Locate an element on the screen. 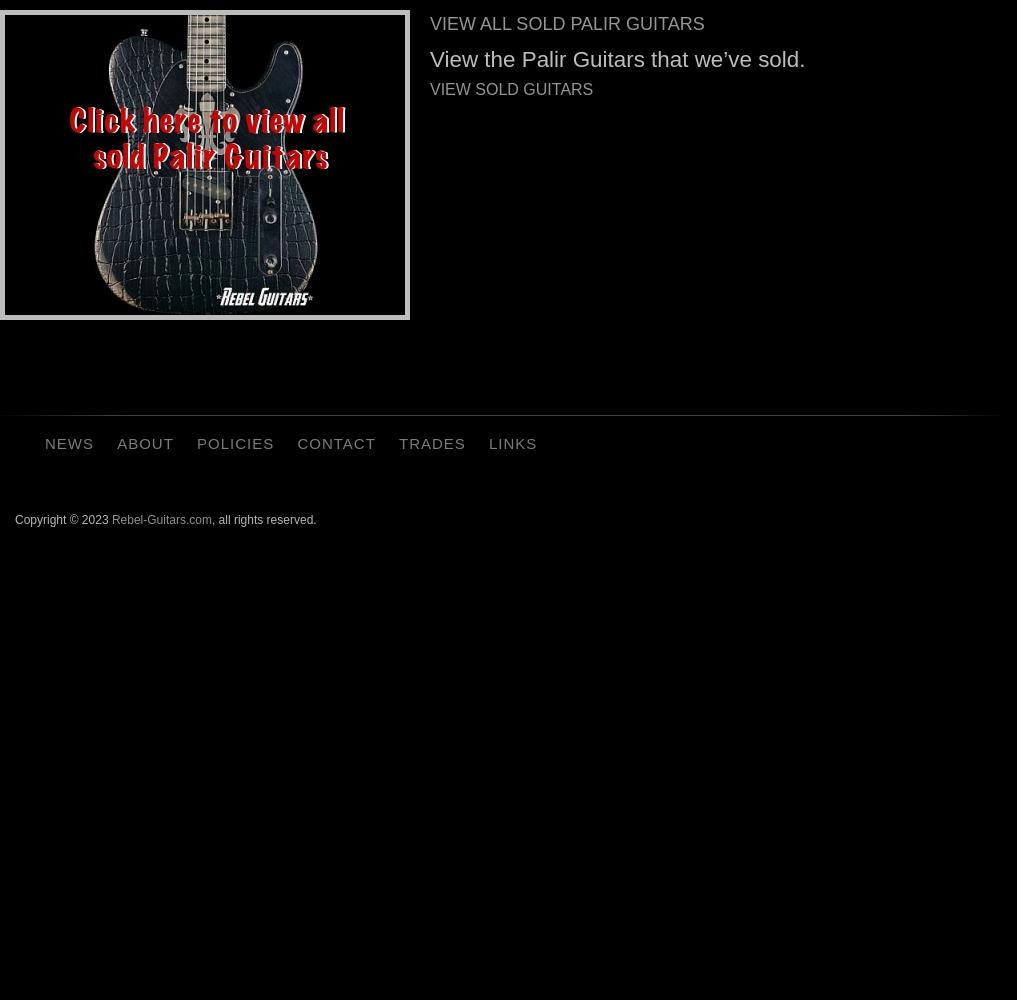  'News' is located at coordinates (69, 442).